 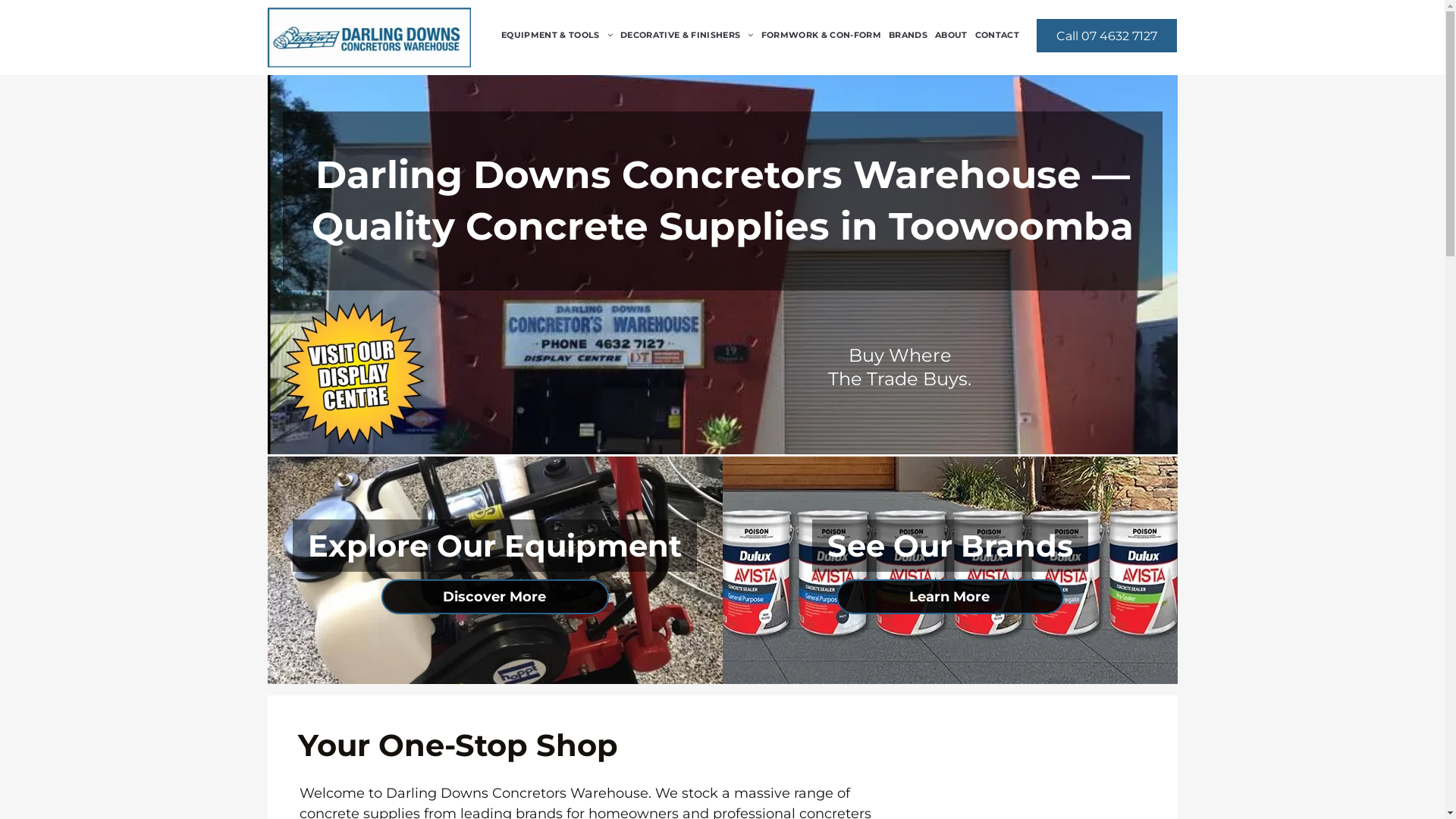 I want to click on 'Discover More', so click(x=494, y=595).